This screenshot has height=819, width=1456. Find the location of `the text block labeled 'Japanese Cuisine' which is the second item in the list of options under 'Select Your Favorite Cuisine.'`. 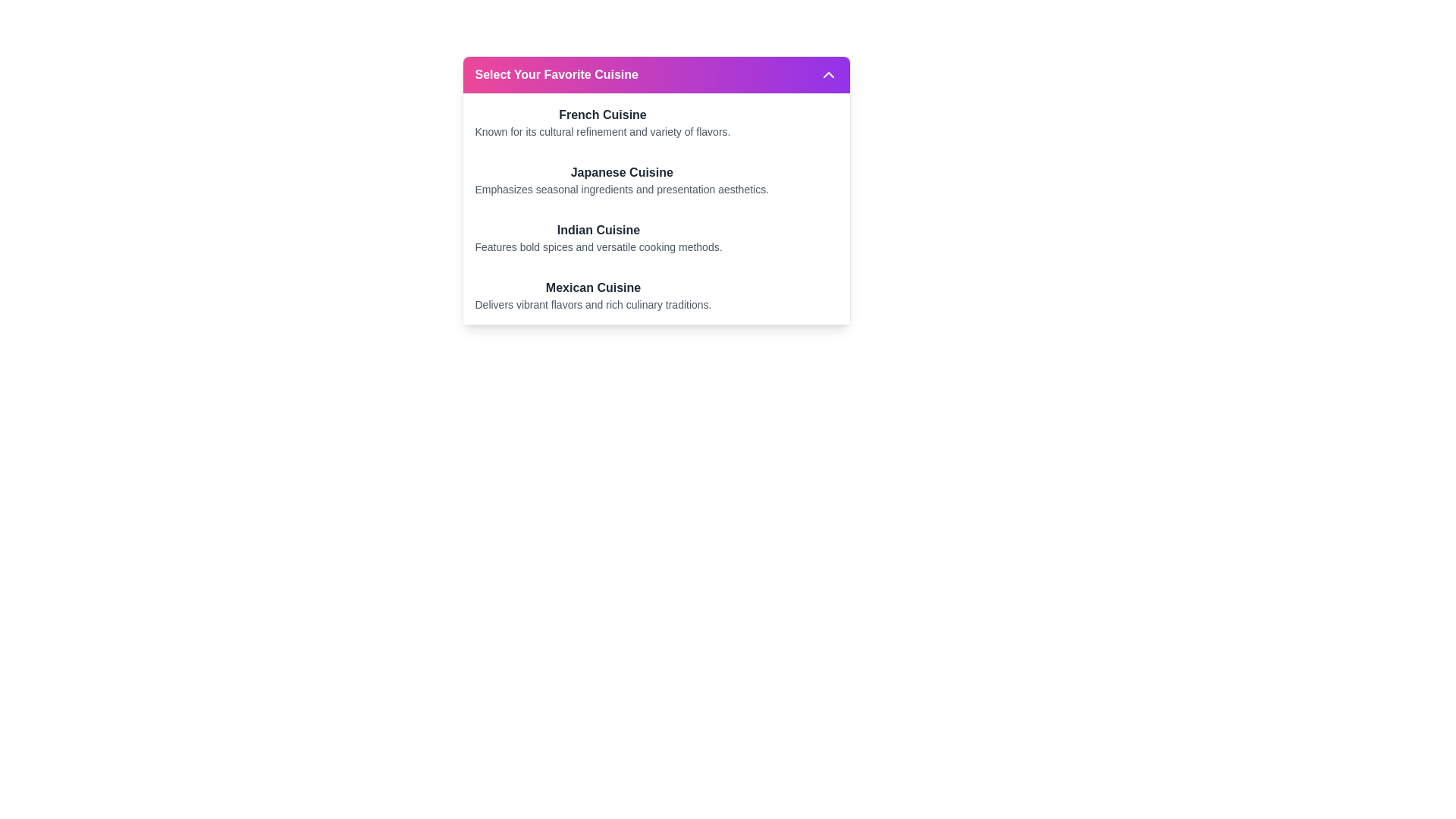

the text block labeled 'Japanese Cuisine' which is the second item in the list of options under 'Select Your Favorite Cuisine.' is located at coordinates (656, 180).